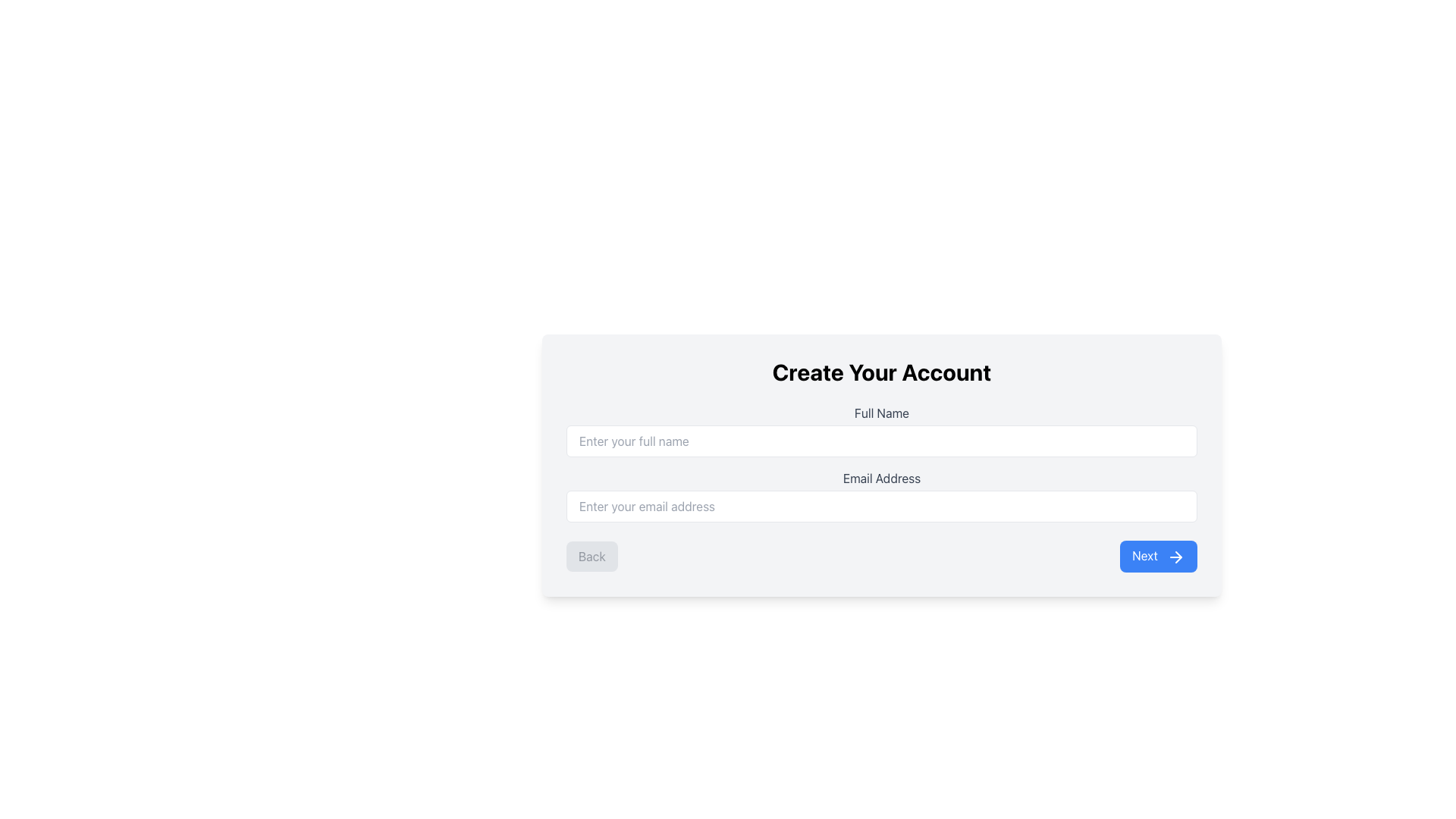 The image size is (1456, 819). Describe the element at coordinates (881, 413) in the screenshot. I see `the static text label that indicates the input field for entering the full name in the form, located above the 'Enter your full name' input field` at that location.